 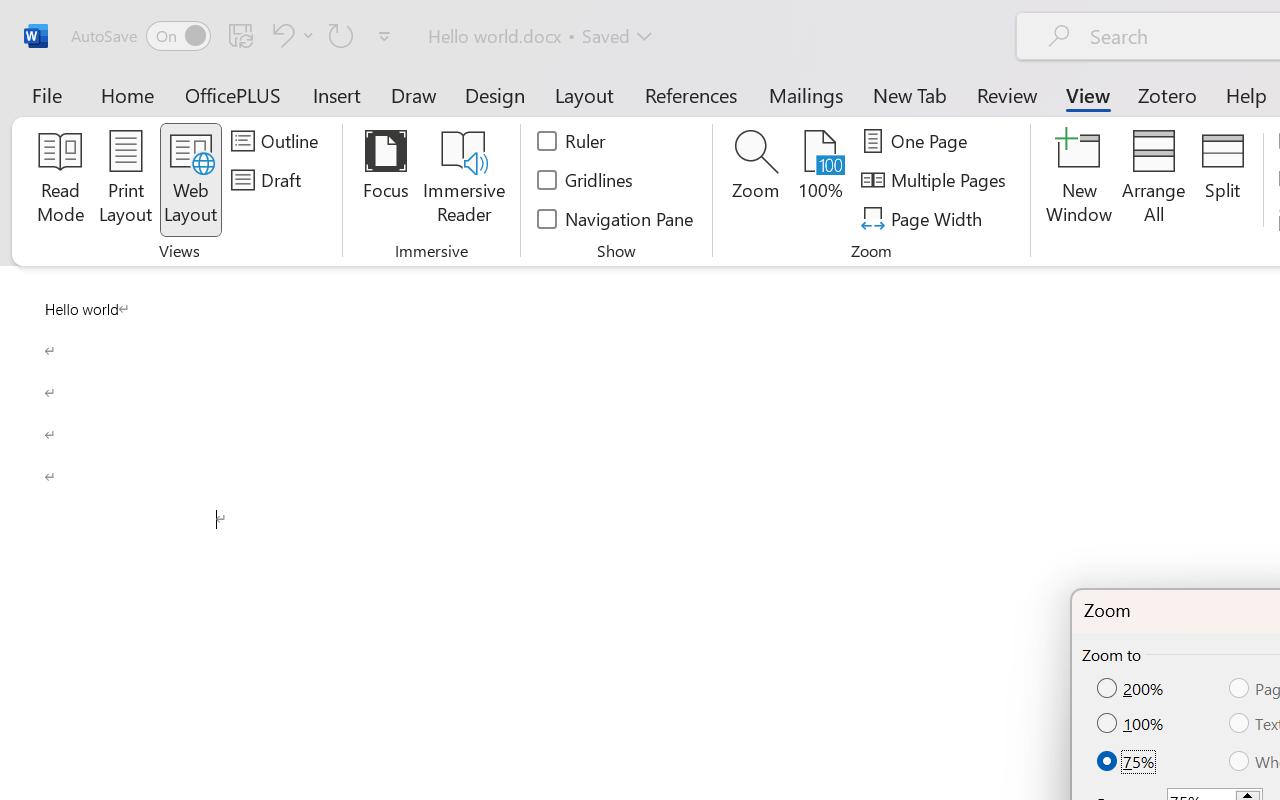 What do you see at coordinates (909, 94) in the screenshot?
I see `'New Tab'` at bounding box center [909, 94].